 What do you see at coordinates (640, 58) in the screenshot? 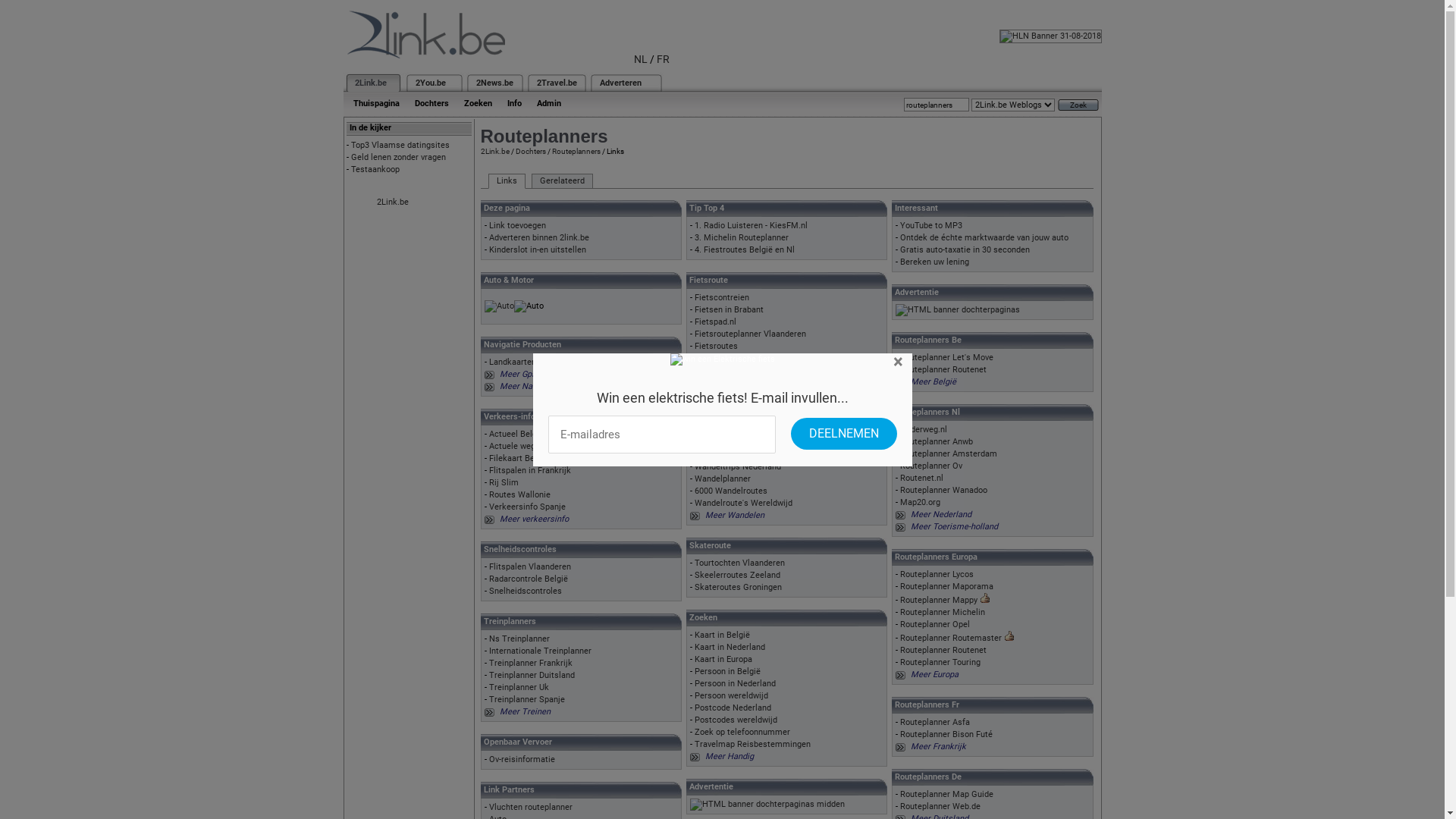
I see `'NL'` at bounding box center [640, 58].